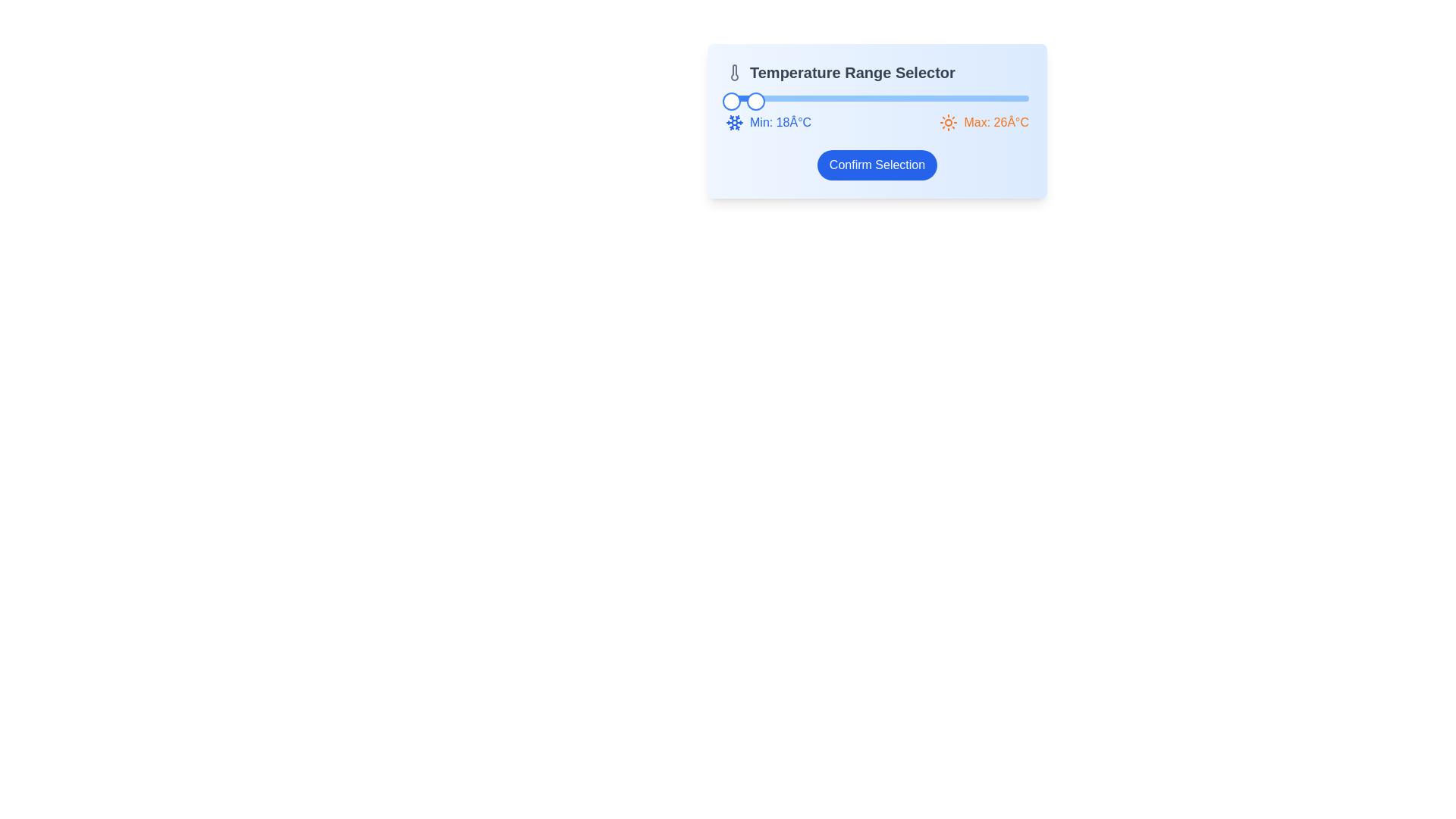 This screenshot has width=1456, height=819. Describe the element at coordinates (735, 73) in the screenshot. I see `the decorative or informational icon located at the top-left corner of the card component, adjacent to the title text 'Temperature Range Selector'` at that location.